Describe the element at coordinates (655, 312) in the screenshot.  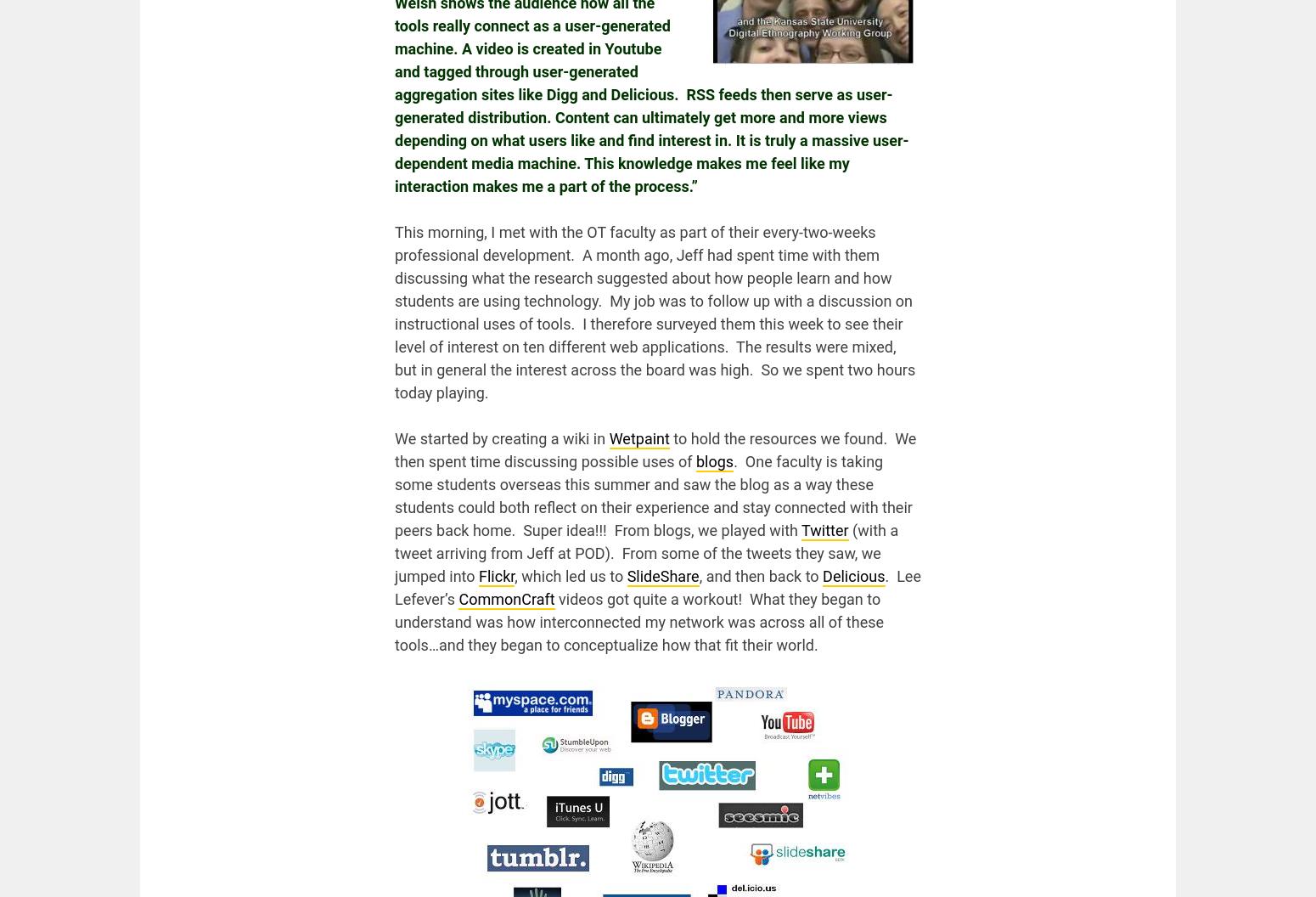
I see `'This morning, I met with the OT faculty as part of their every-two-weeks professional development.  A month ago, Jeff had spent time with them discussing what the research suggested about how people learn and how students are using technology.  My job was to follow up with a discussion on instructional uses of tools.  I therefore surveyed them this week to see their level of interest on ten different web applications.  The results were mixed, but in general the interest across the board was high.  So we spent two hours today playing.'` at that location.